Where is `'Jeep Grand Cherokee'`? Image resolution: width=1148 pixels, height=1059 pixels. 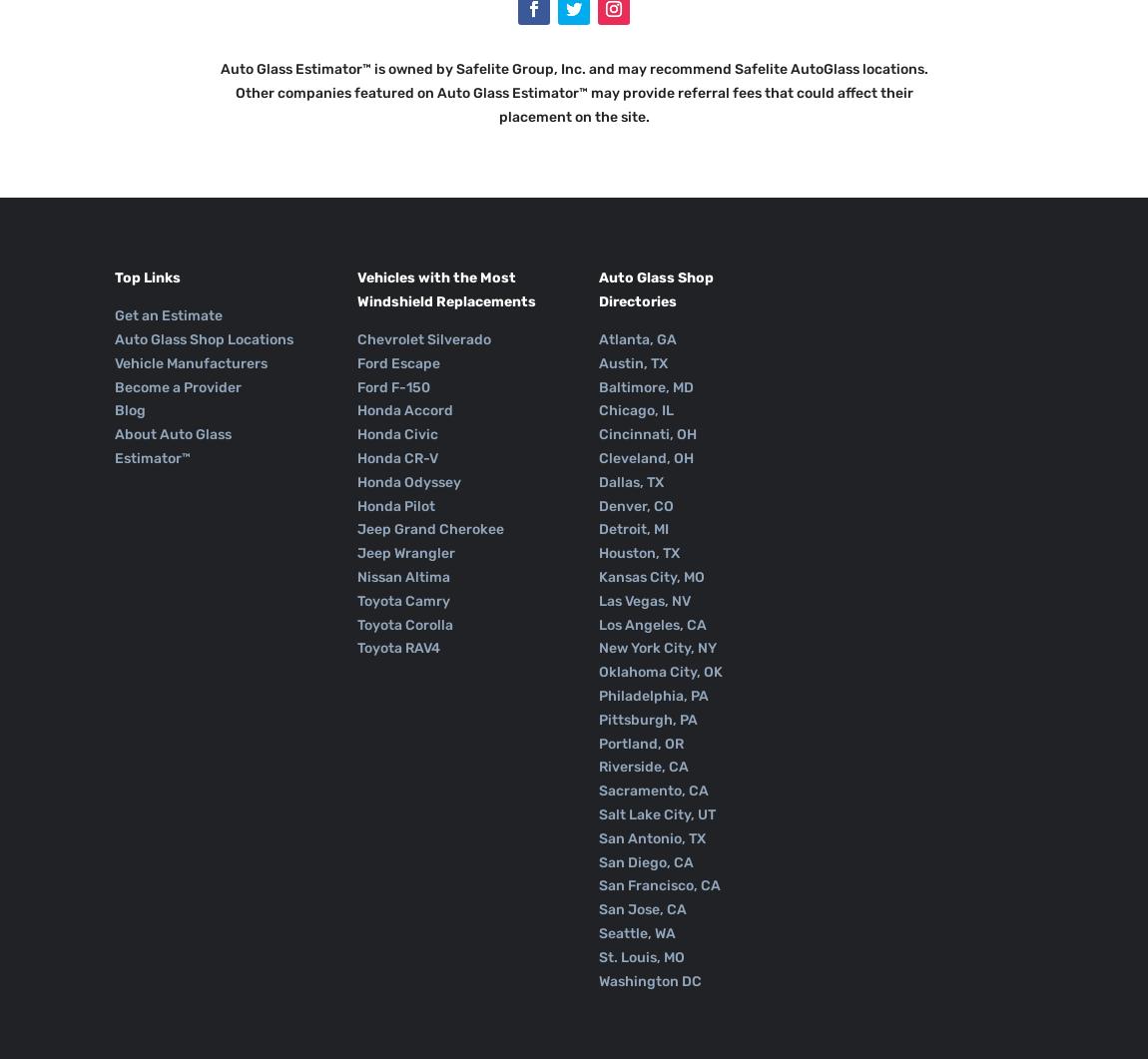
'Jeep Grand Cherokee' is located at coordinates (355, 529).